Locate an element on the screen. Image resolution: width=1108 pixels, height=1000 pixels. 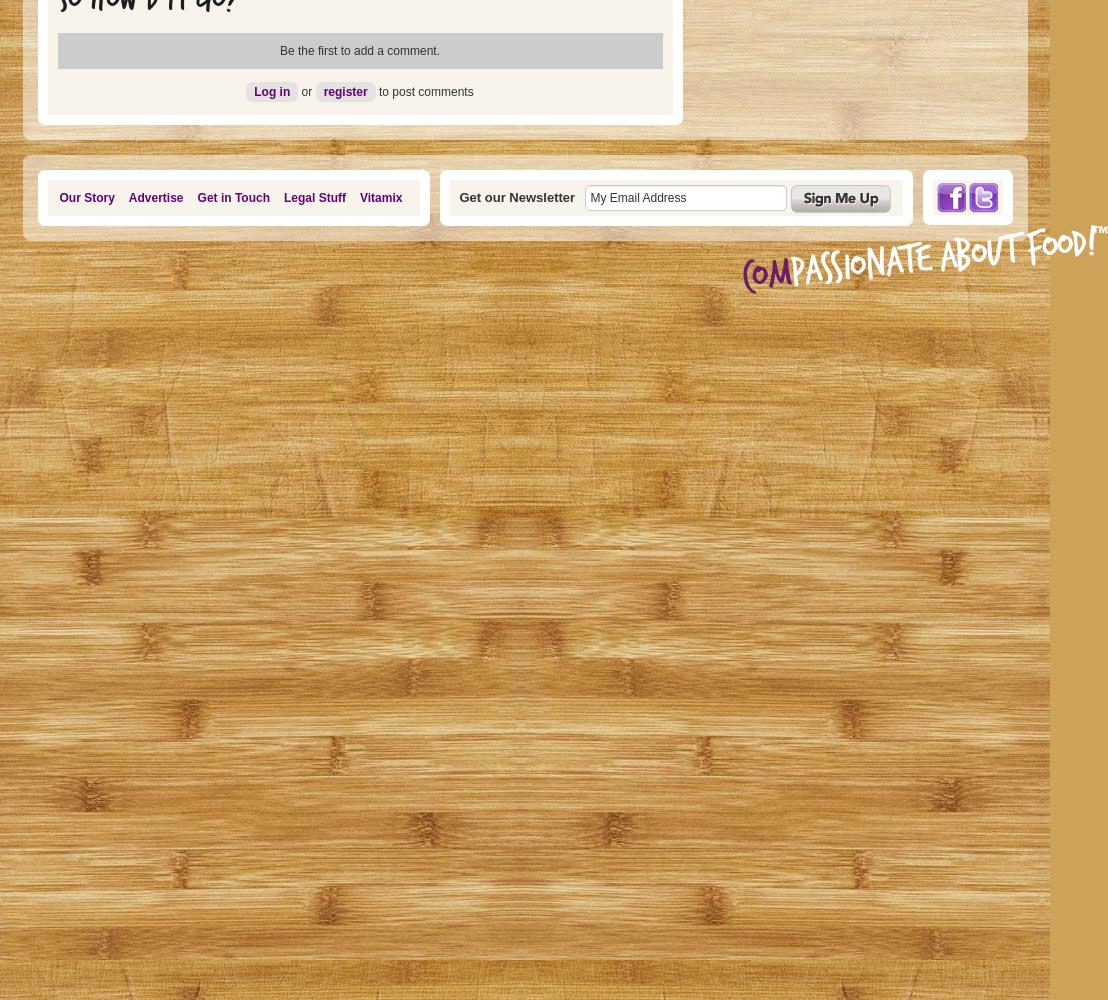
'Log in' is located at coordinates (271, 91).